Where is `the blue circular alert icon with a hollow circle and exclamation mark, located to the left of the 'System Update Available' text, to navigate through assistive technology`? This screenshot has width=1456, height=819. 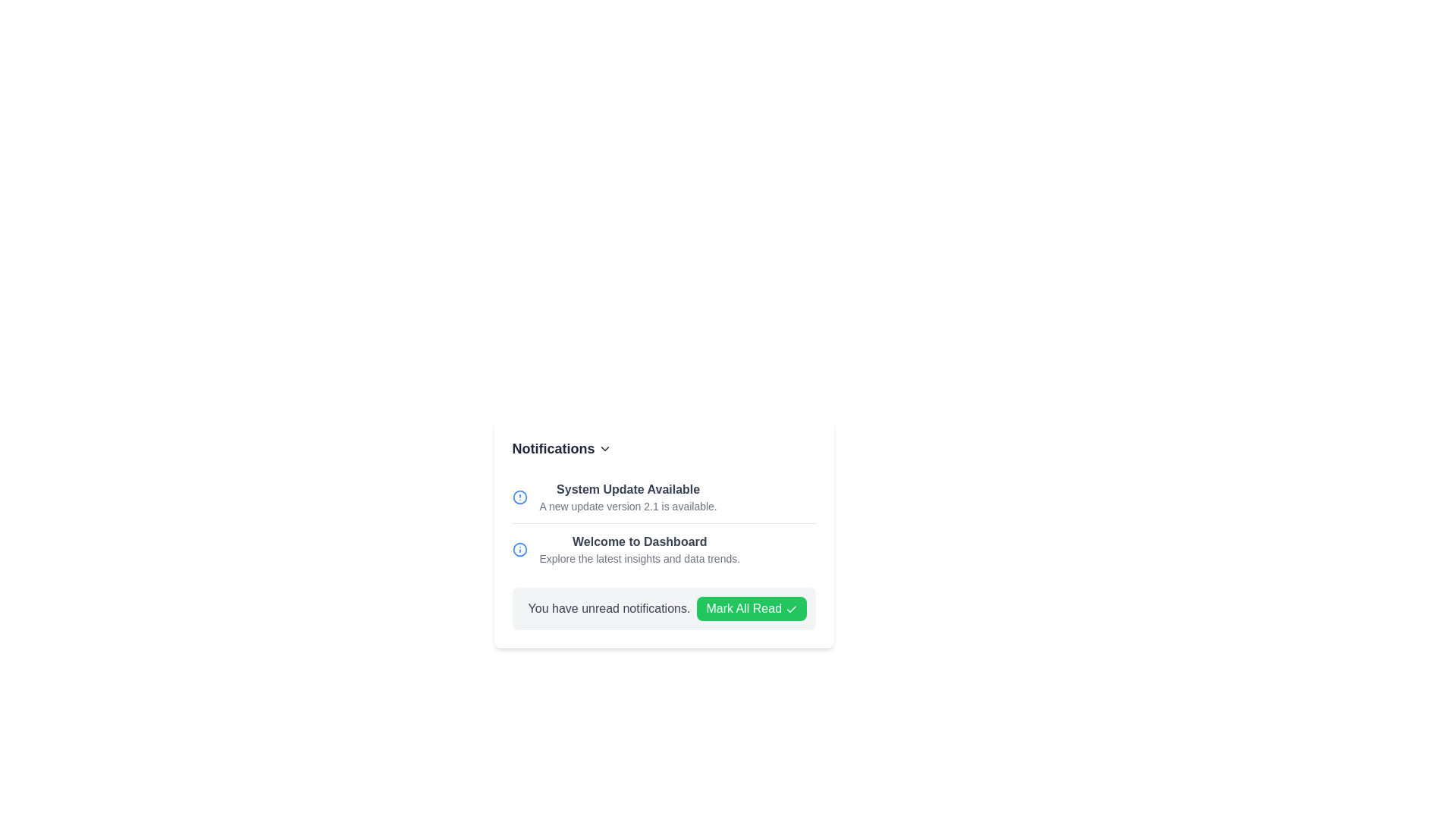 the blue circular alert icon with a hollow circle and exclamation mark, located to the left of the 'System Update Available' text, to navigate through assistive technology is located at coordinates (519, 497).